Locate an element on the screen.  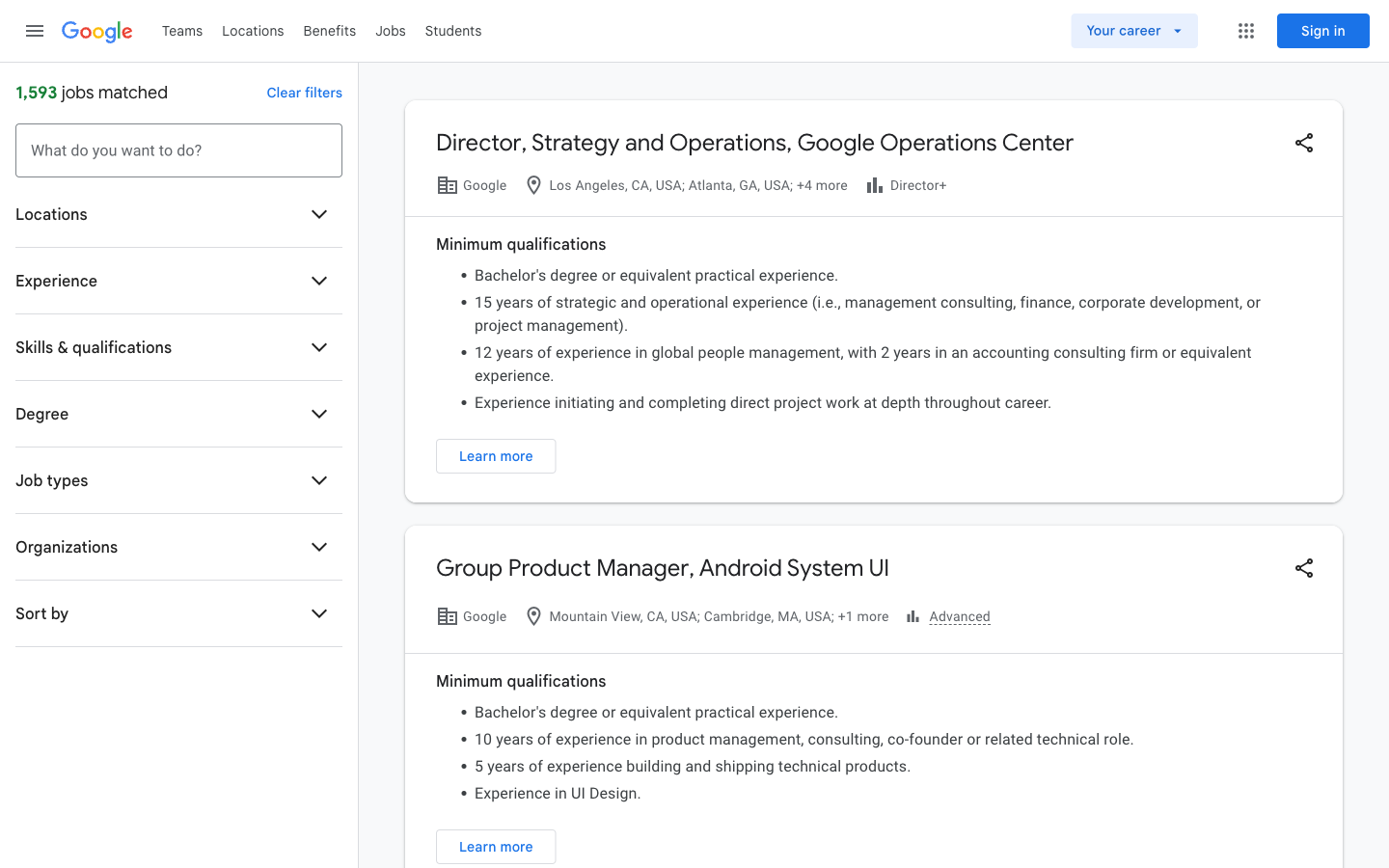
See Sort by options is located at coordinates (319, 613).